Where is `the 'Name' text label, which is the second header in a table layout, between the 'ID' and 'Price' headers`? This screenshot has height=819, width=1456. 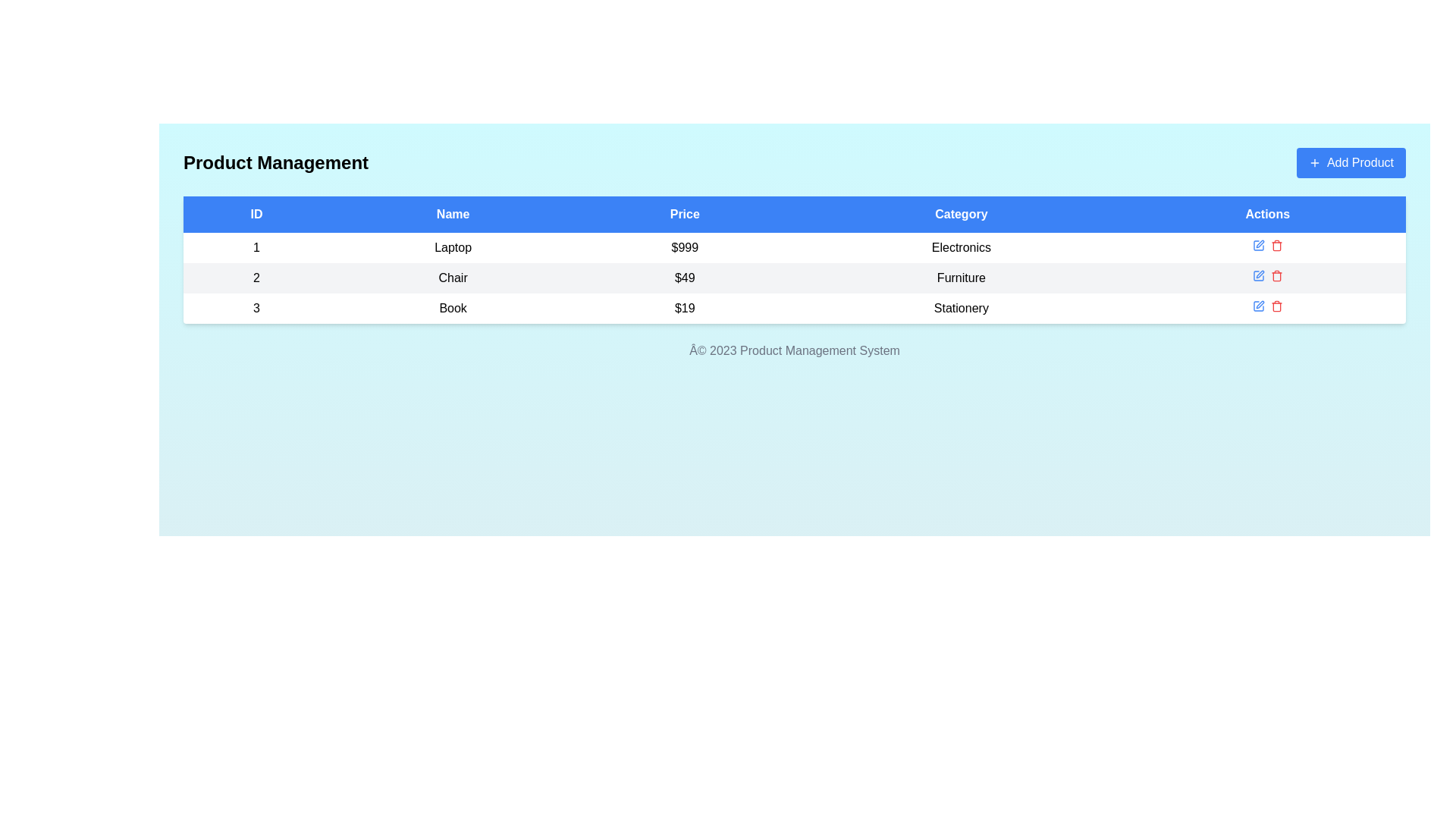 the 'Name' text label, which is the second header in a table layout, between the 'ID' and 'Price' headers is located at coordinates (452, 214).